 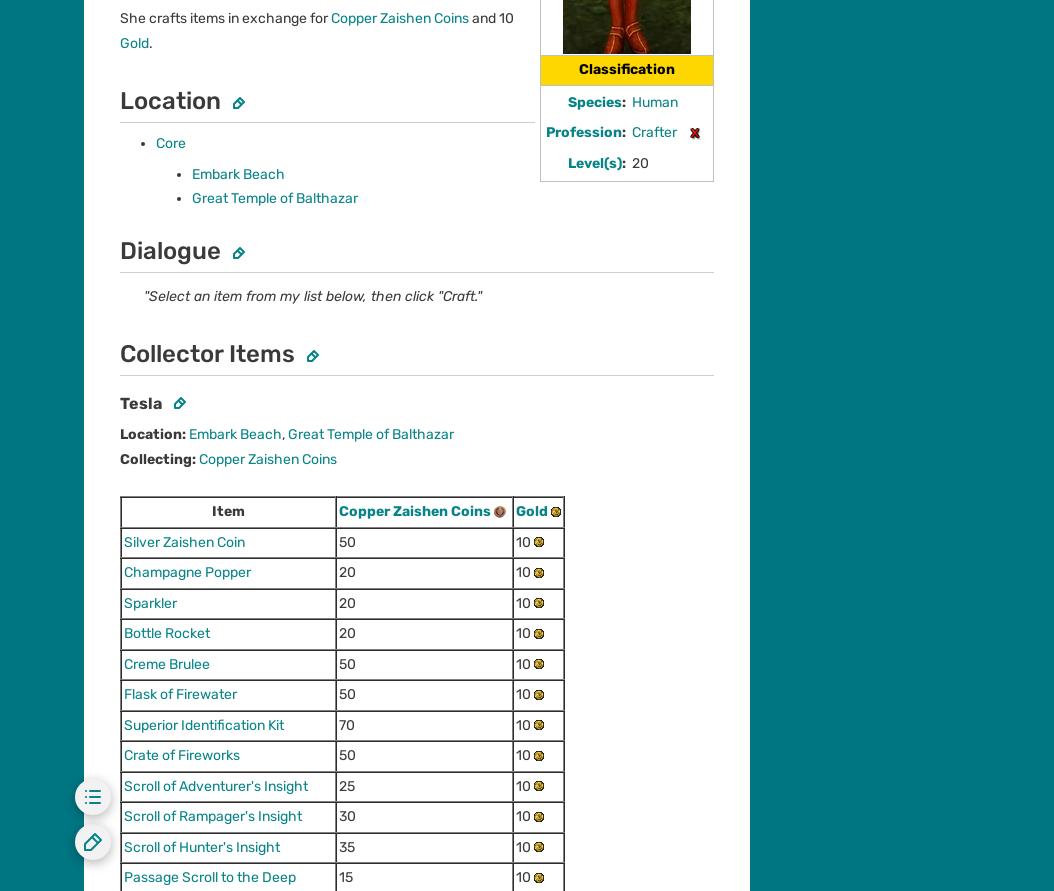 I want to click on 'Careers', so click(x=108, y=446).